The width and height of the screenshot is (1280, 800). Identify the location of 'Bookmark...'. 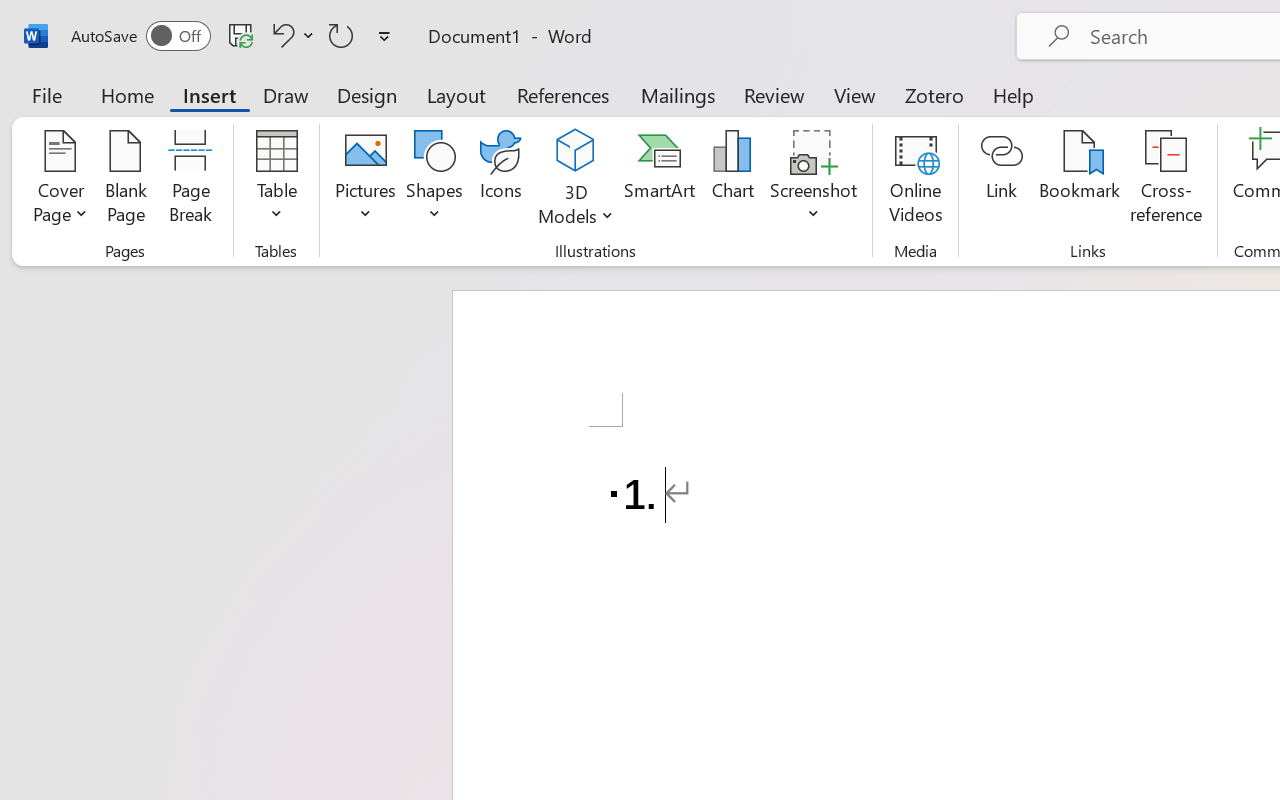
(1078, 179).